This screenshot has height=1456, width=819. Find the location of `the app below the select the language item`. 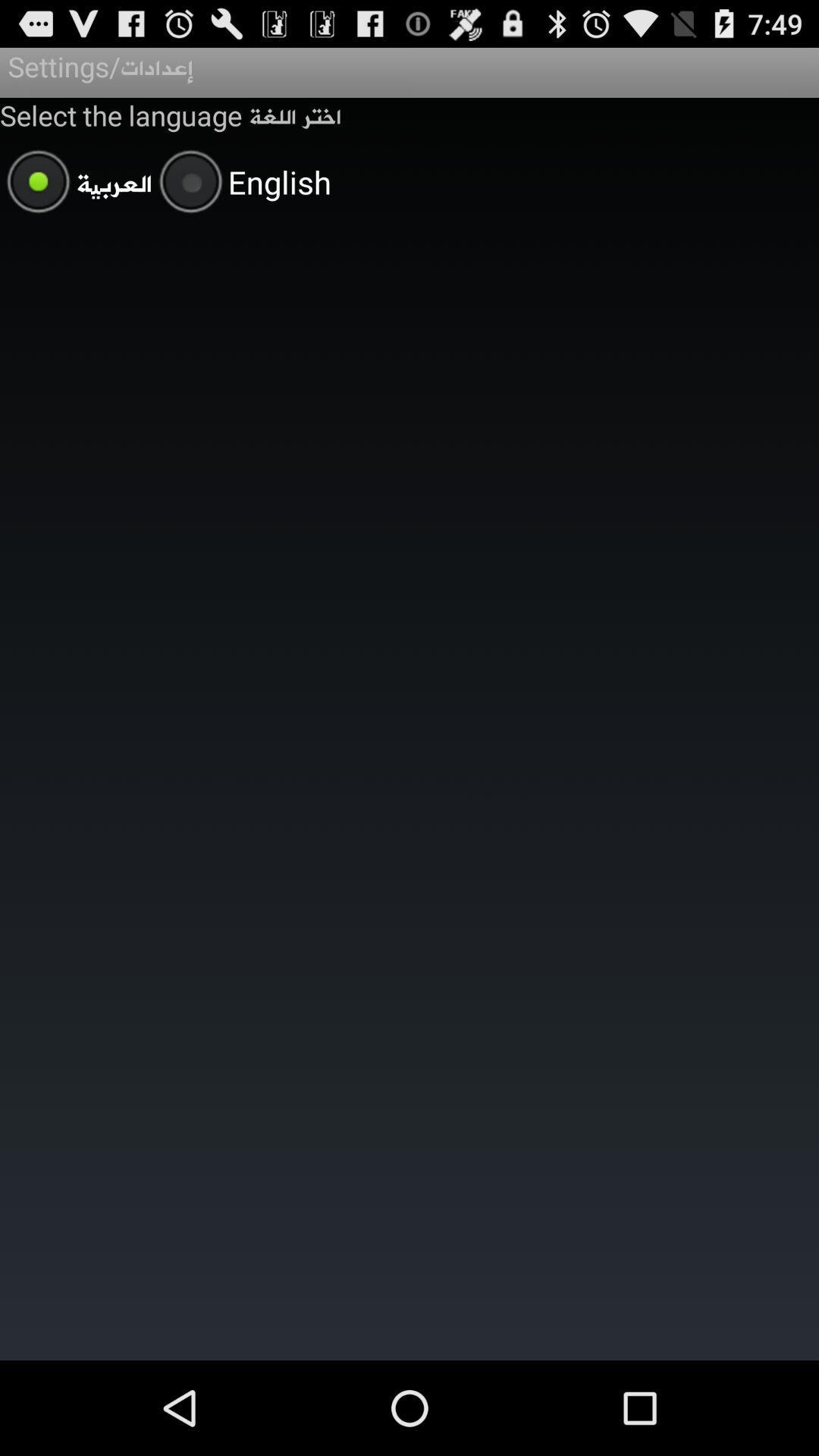

the app below the select the language item is located at coordinates (76, 184).